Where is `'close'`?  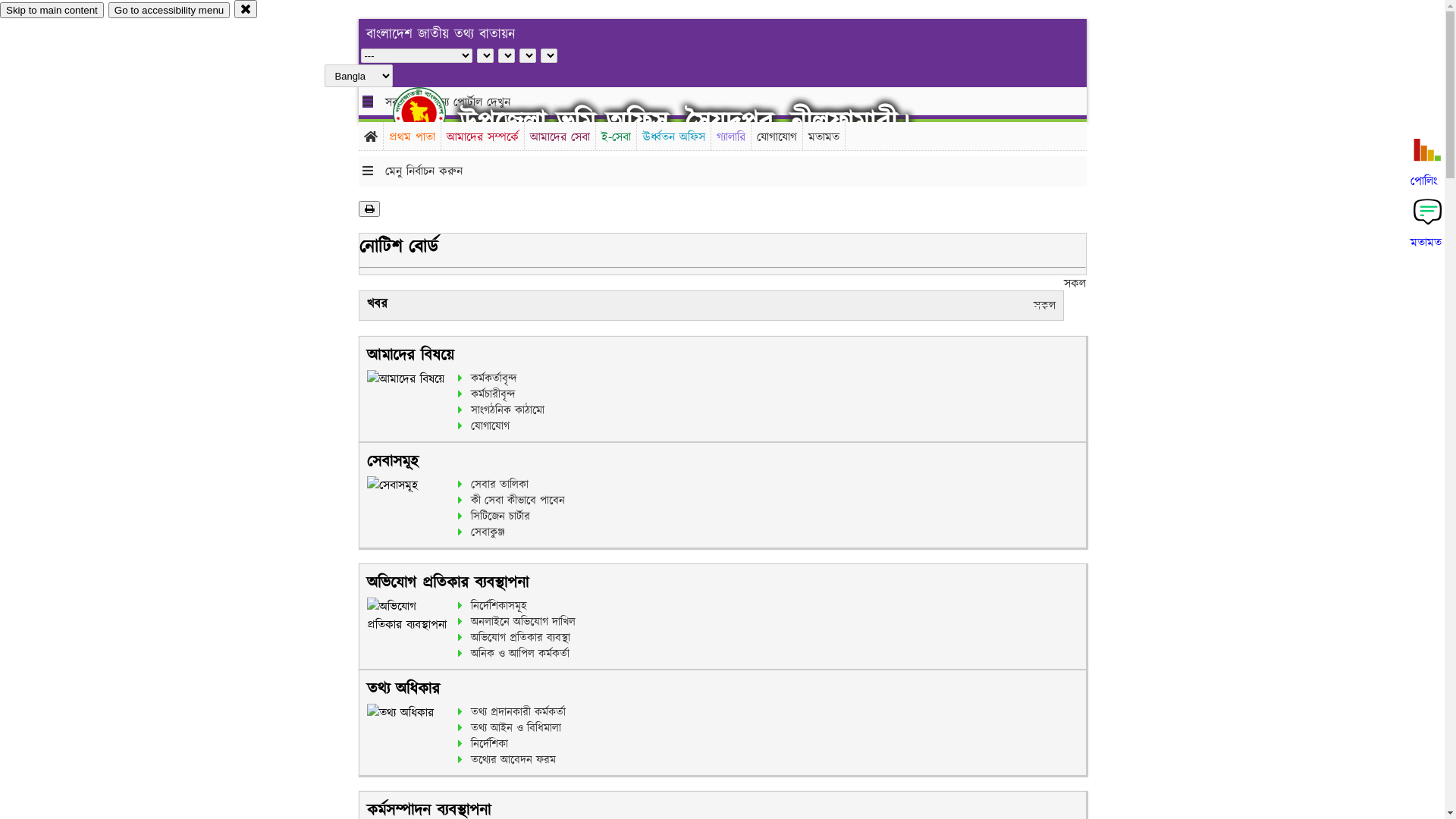
'close' is located at coordinates (246, 8).